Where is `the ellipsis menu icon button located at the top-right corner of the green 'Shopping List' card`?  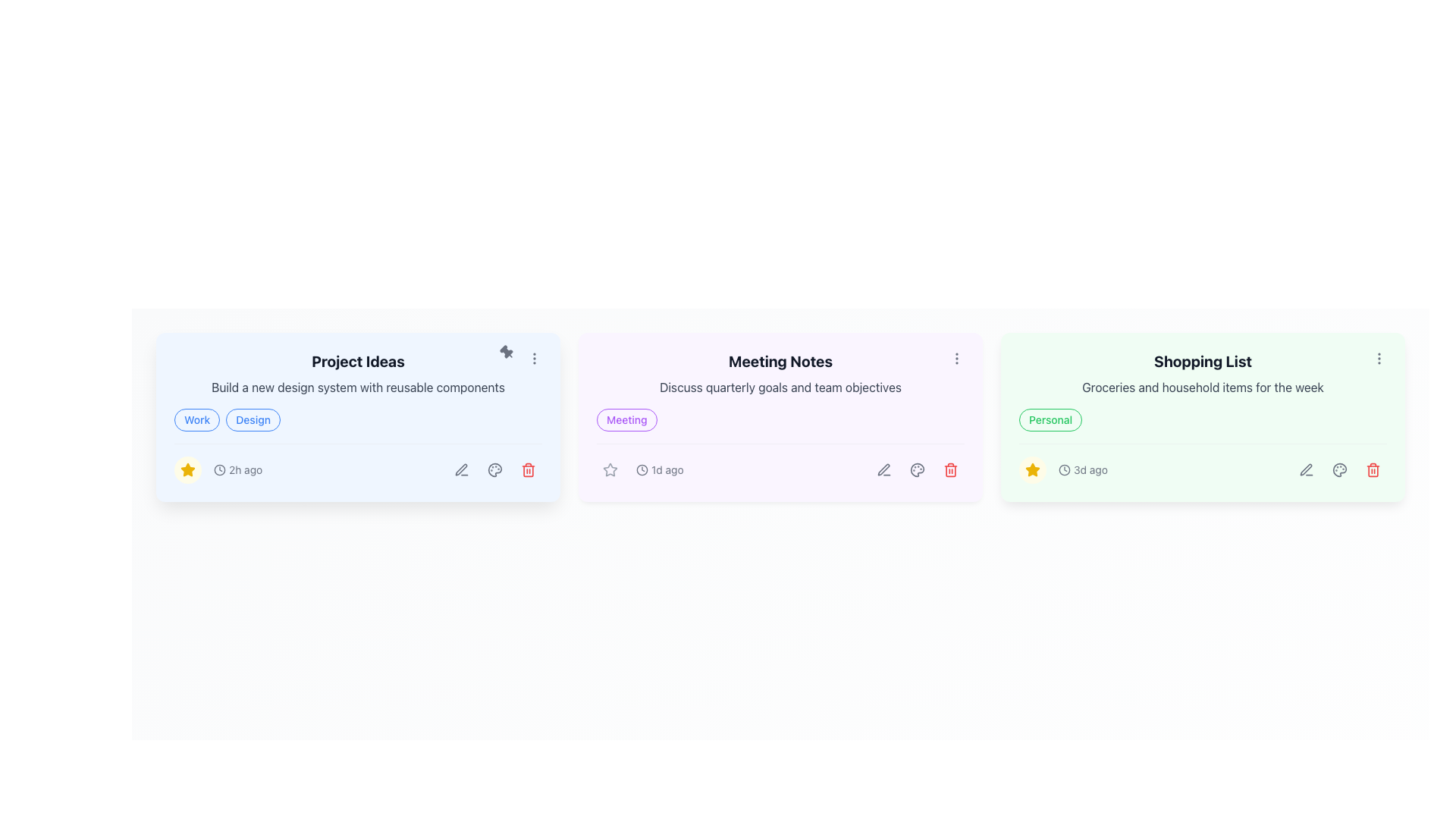
the ellipsis menu icon button located at the top-right corner of the green 'Shopping List' card is located at coordinates (1379, 359).